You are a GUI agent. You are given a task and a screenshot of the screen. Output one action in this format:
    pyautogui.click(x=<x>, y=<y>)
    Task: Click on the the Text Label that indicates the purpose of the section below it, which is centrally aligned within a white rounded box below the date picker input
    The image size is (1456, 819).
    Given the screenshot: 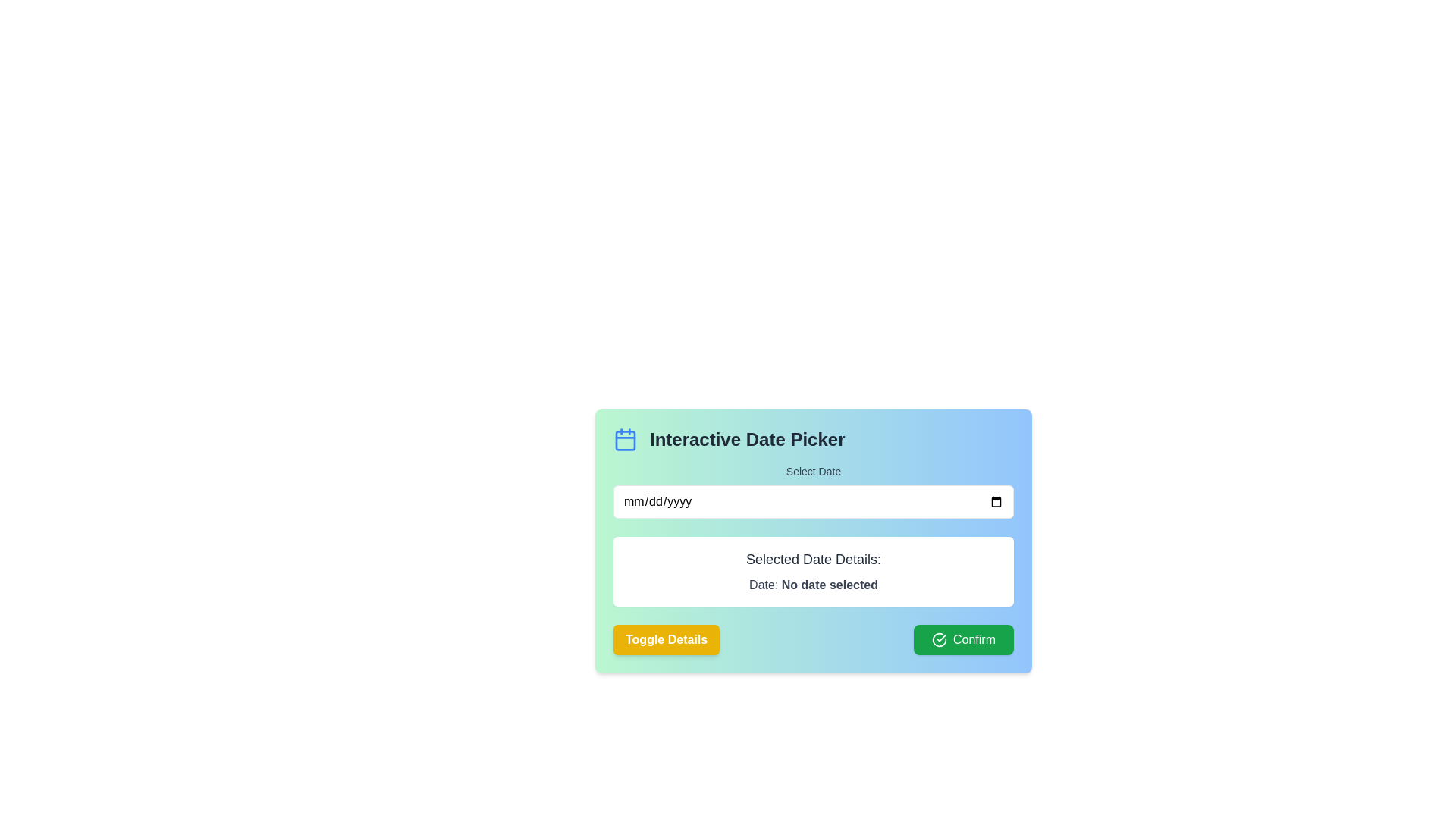 What is the action you would take?
    pyautogui.click(x=813, y=559)
    